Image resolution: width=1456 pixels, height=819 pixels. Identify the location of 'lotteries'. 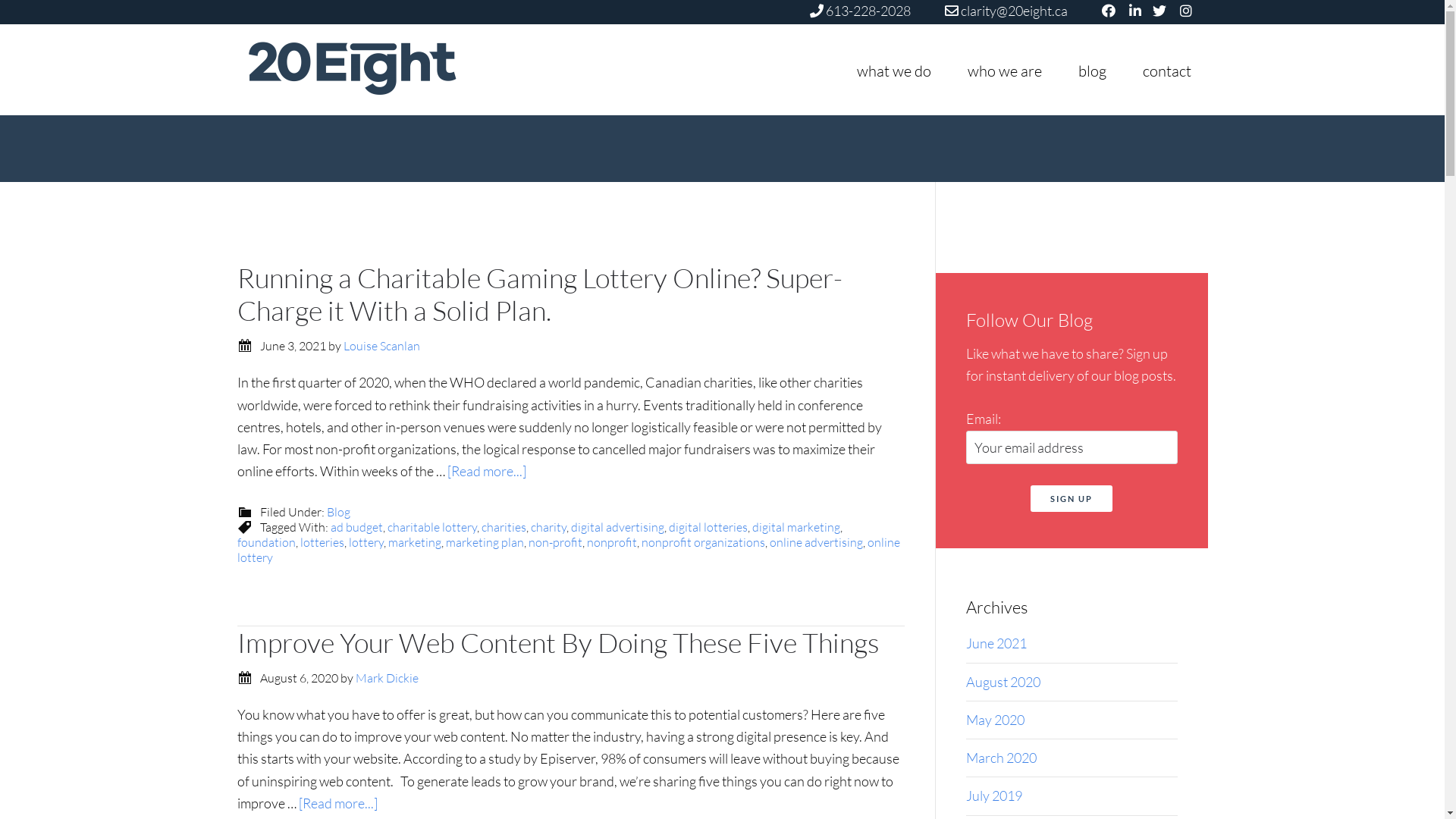
(322, 541).